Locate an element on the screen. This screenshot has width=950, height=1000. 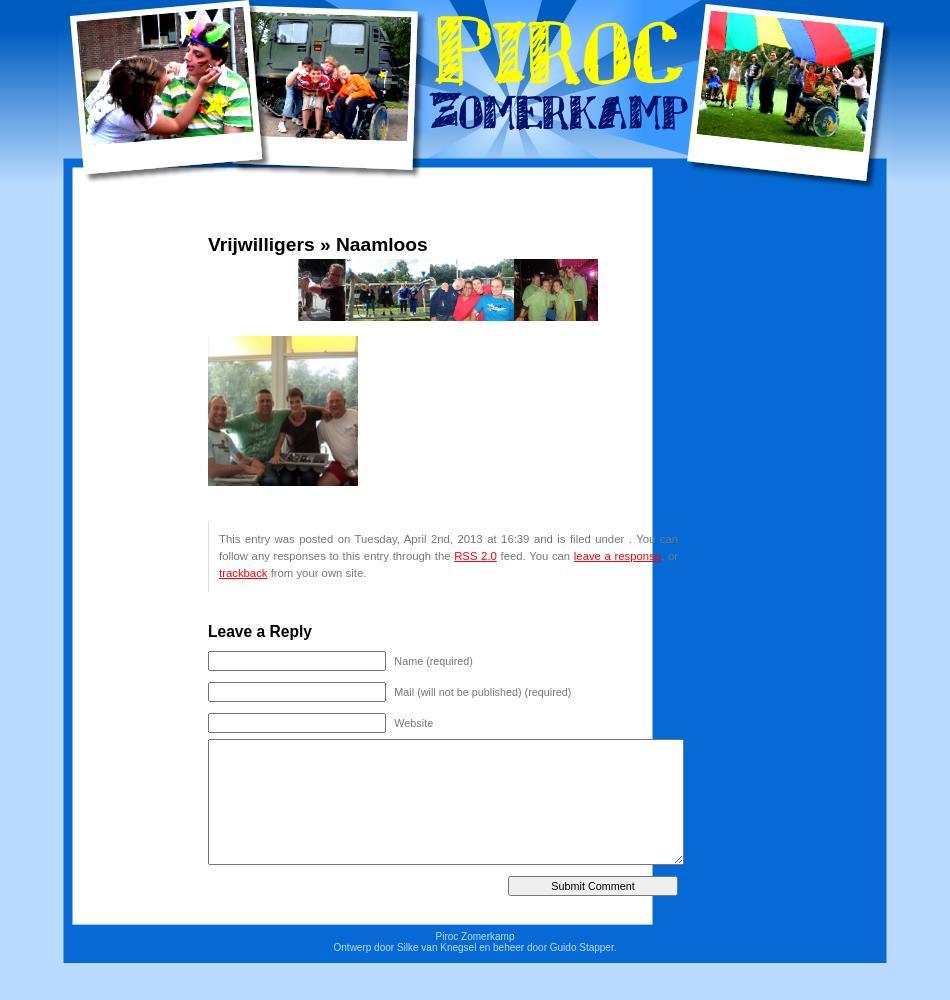
'Ontwerp door Silke van Knegsel en beheer door Guido Stapper.' is located at coordinates (473, 946).